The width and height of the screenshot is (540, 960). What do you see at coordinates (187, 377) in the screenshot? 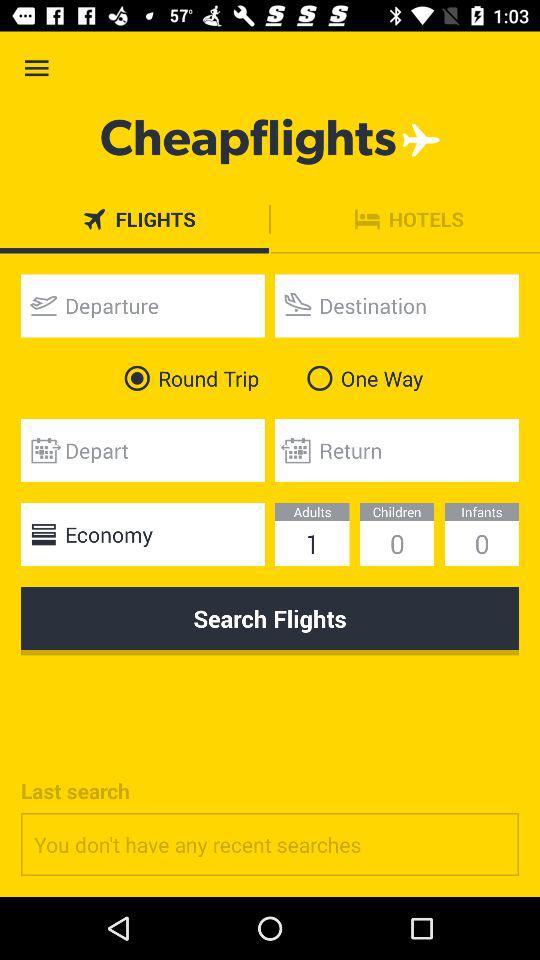
I see `the round trip` at bounding box center [187, 377].